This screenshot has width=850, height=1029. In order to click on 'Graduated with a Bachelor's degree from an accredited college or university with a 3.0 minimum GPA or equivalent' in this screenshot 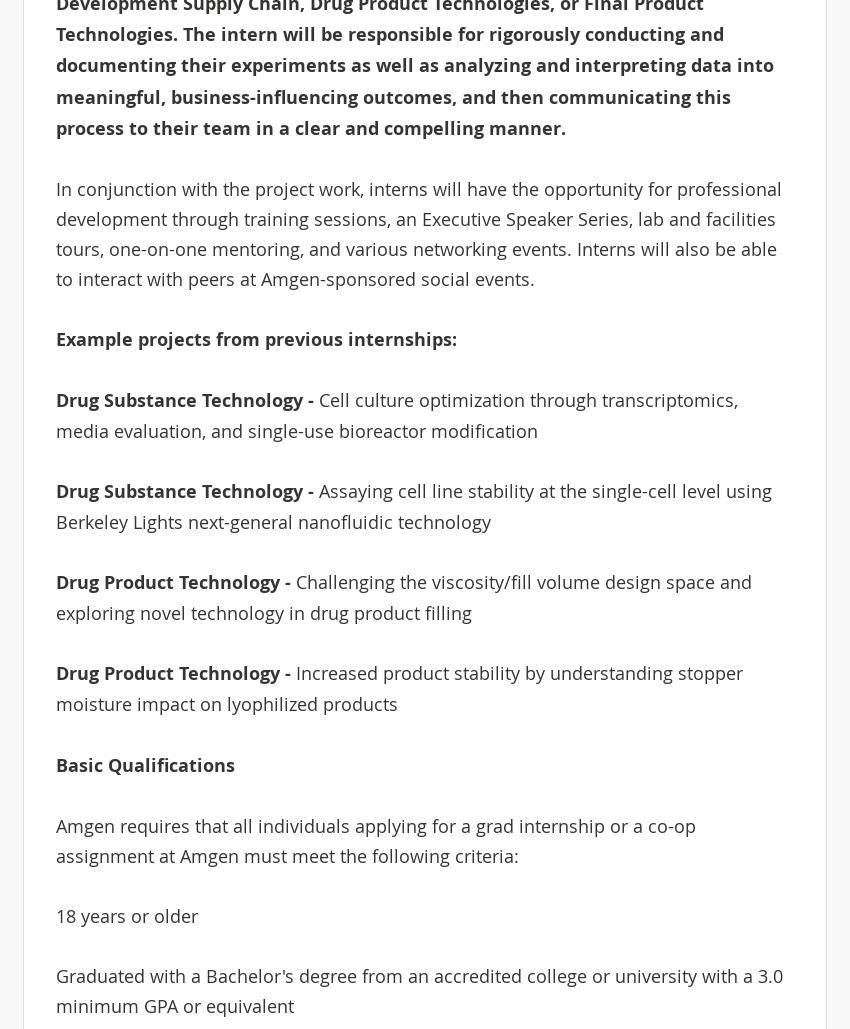, I will do `click(418, 989)`.